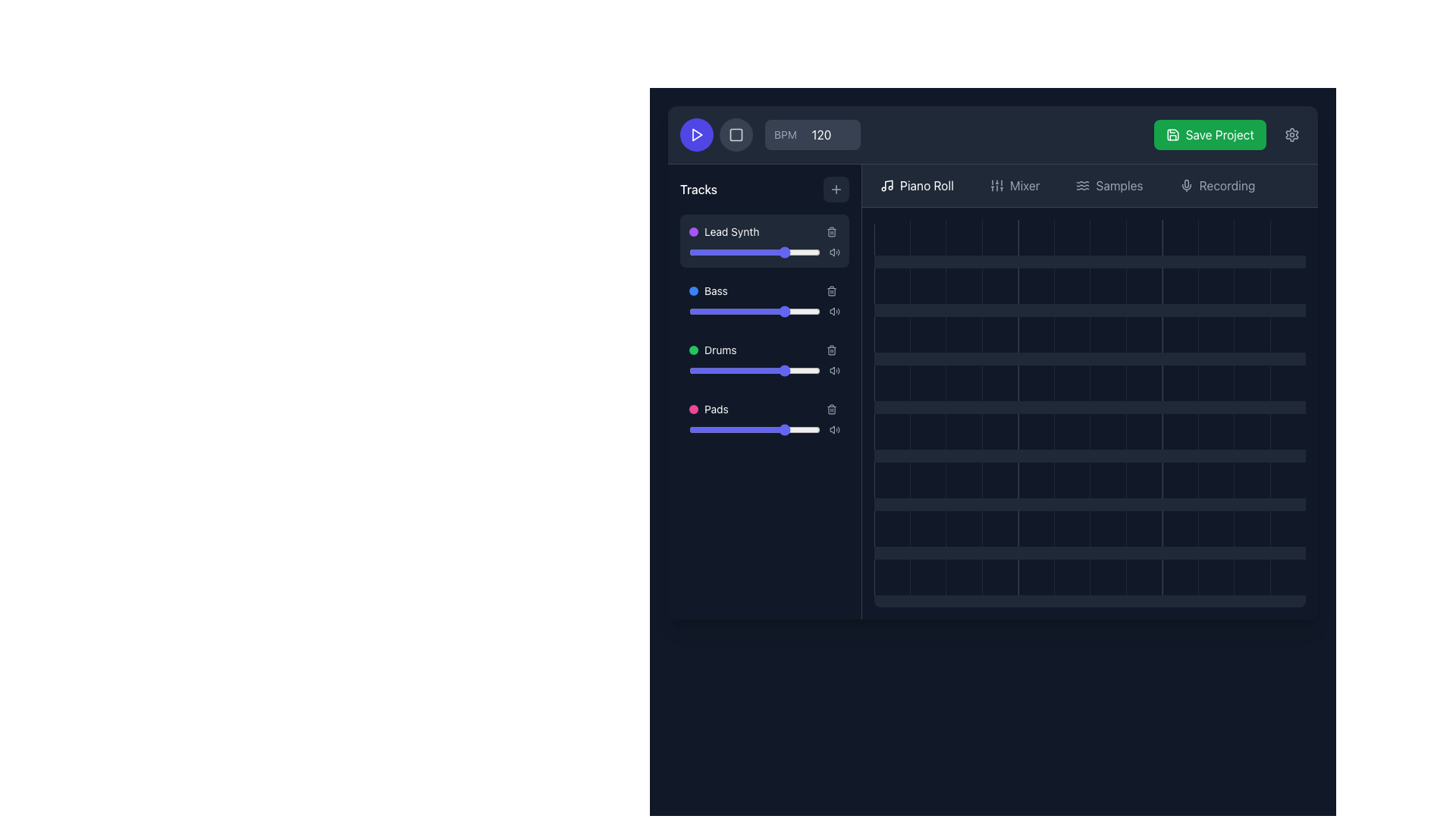 This screenshot has height=819, width=1456. Describe the element at coordinates (714, 311) in the screenshot. I see `the slider` at that location.